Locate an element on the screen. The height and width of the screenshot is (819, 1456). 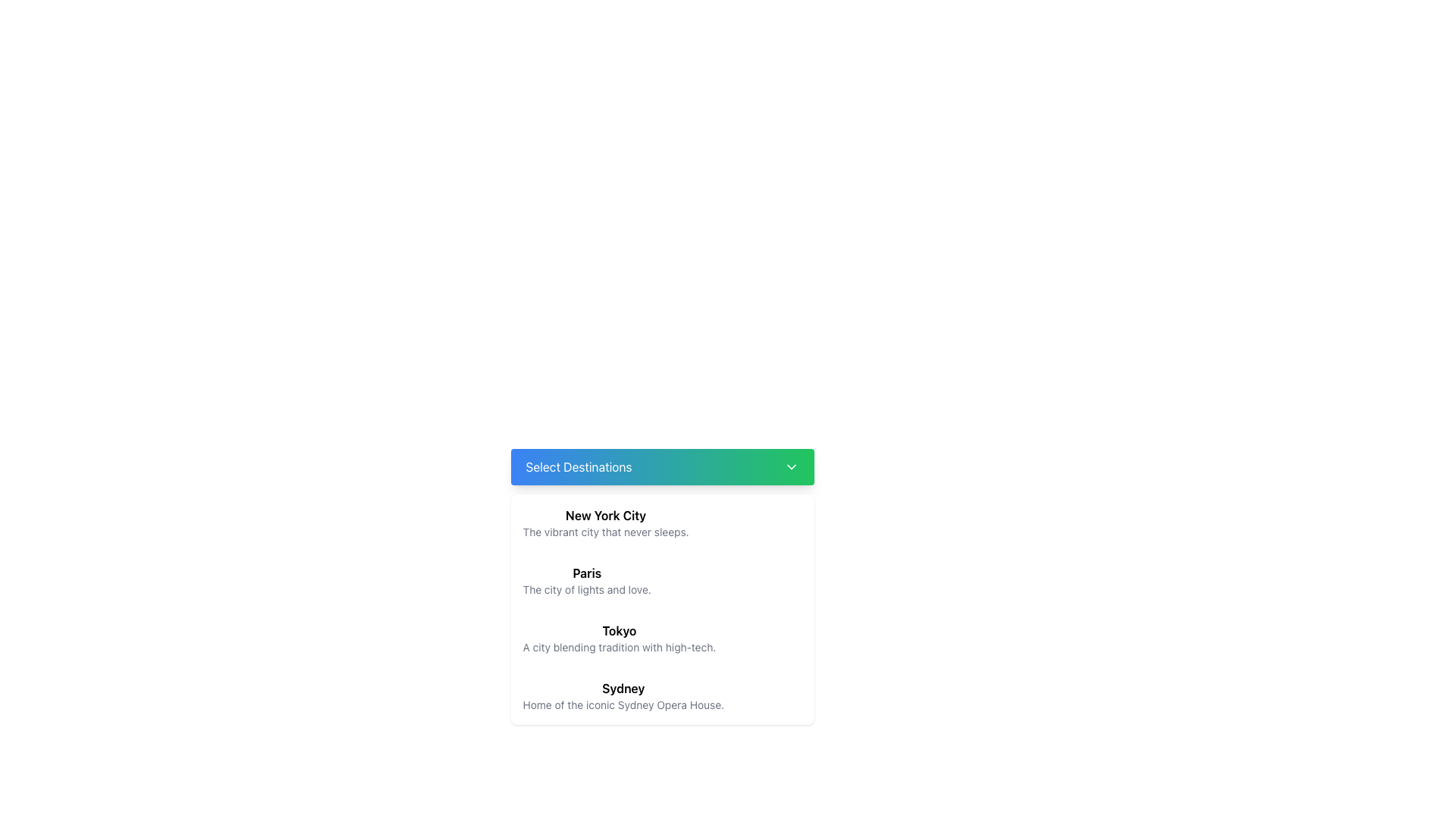
the list item describing the city of Sydney in the dropdown menu is located at coordinates (623, 696).